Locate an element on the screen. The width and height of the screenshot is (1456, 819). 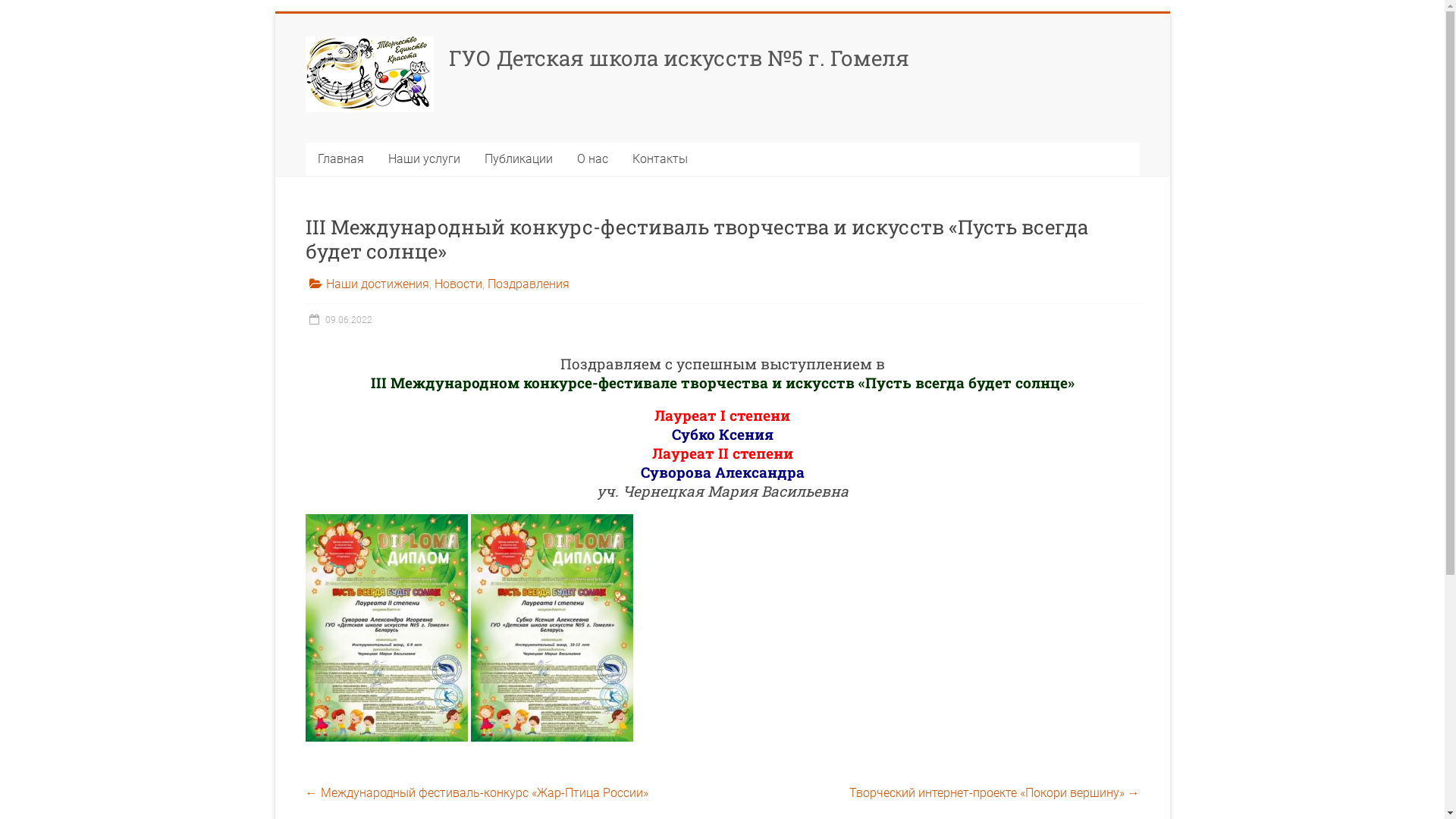
'09.06.2022' is located at coordinates (304, 318).